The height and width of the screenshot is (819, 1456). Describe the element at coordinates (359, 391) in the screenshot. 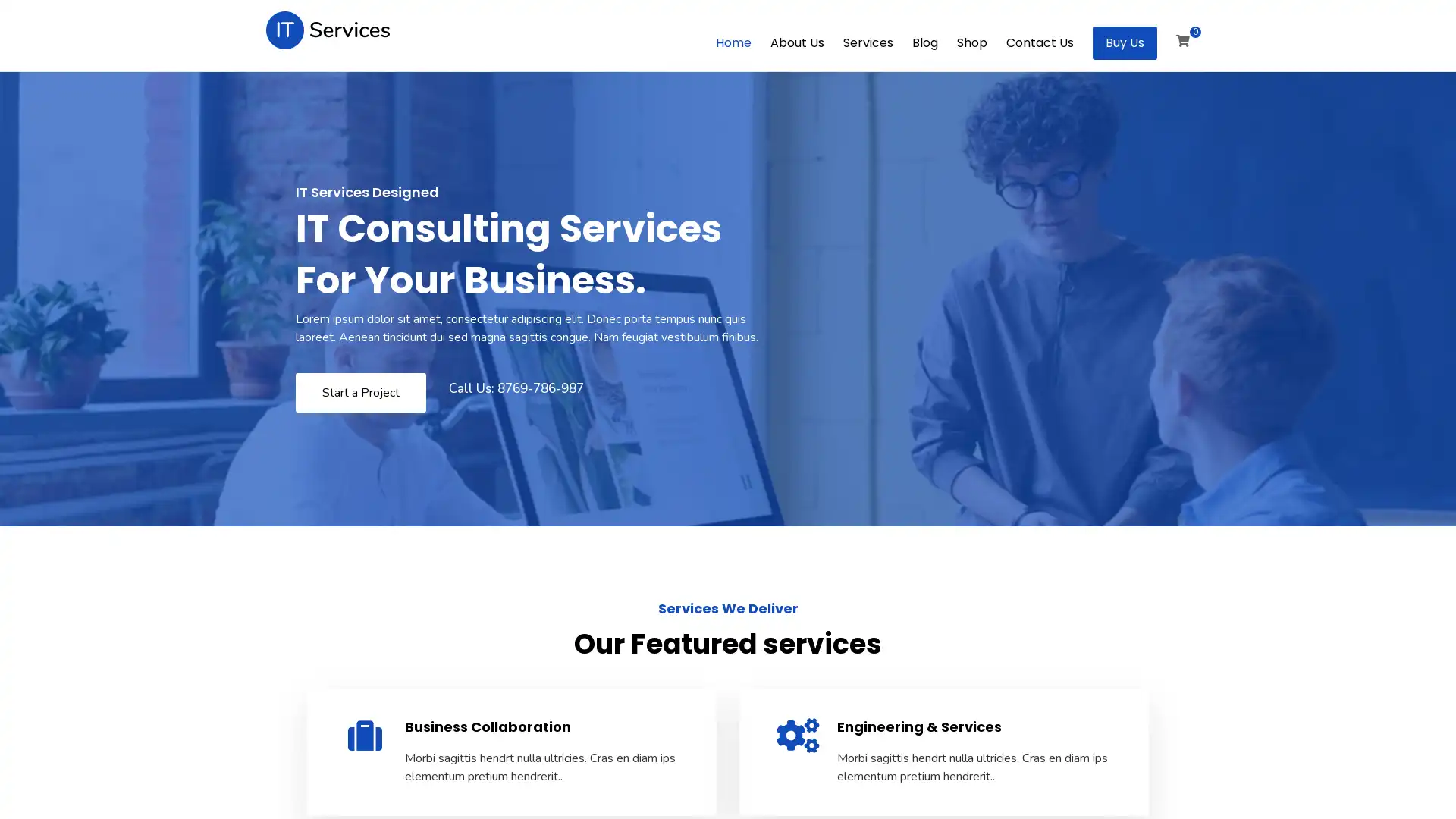

I see `Start a Project` at that location.